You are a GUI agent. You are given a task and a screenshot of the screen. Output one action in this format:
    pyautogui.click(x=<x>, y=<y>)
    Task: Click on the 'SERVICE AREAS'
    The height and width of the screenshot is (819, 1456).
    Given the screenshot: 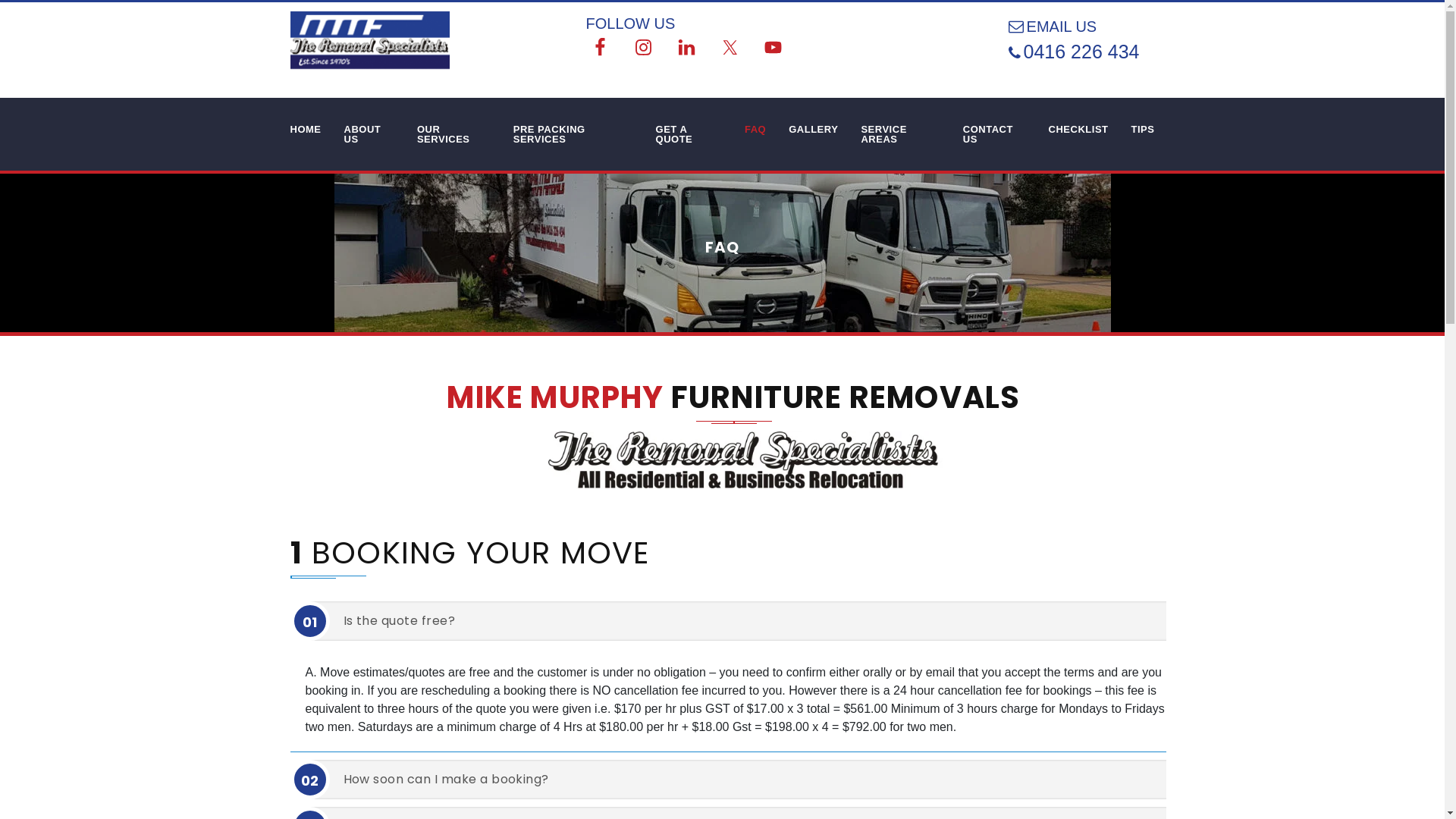 What is the action you would take?
    pyautogui.click(x=899, y=133)
    